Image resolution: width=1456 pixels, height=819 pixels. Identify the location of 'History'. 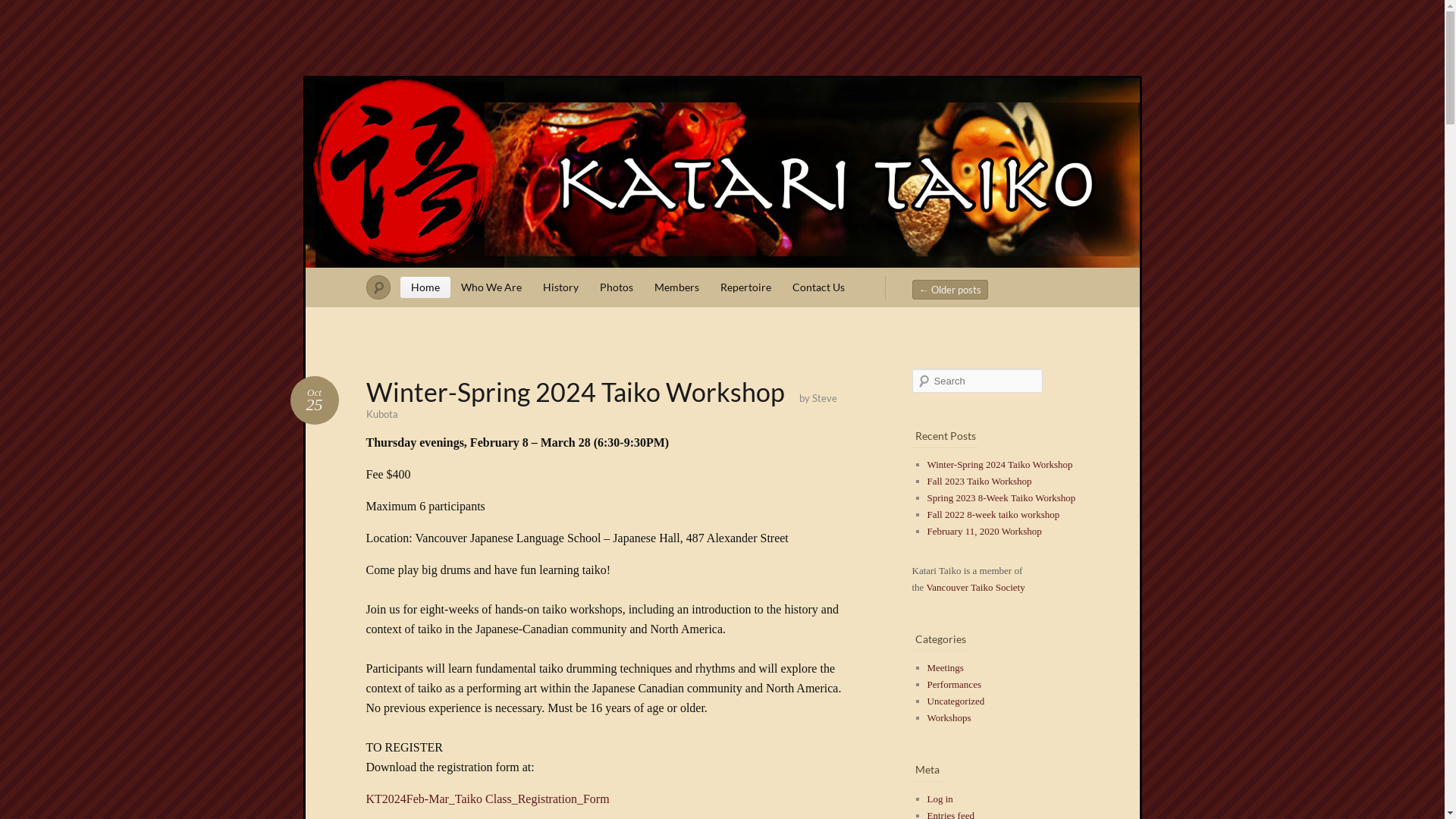
(560, 287).